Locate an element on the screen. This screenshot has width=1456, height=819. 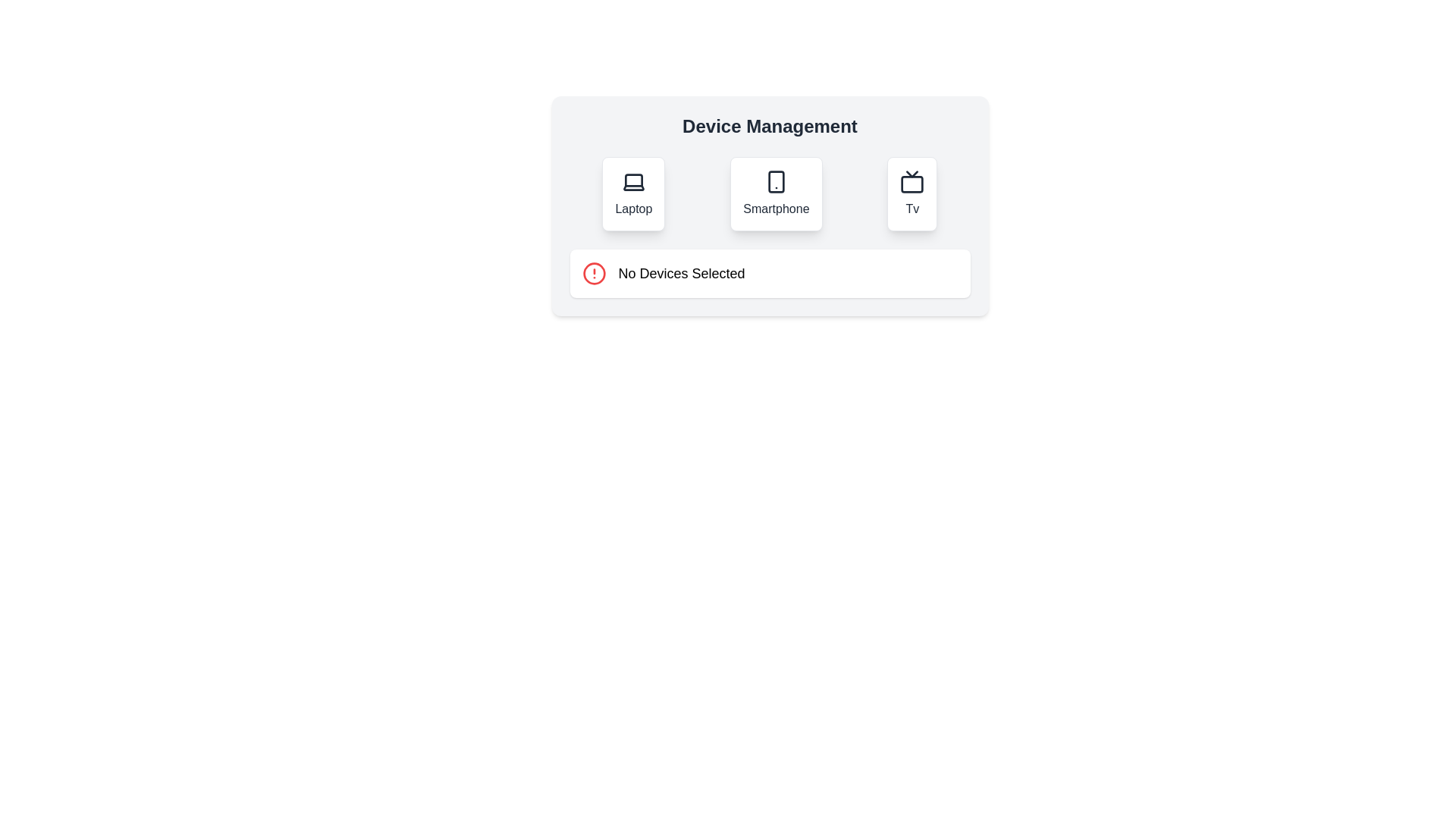
the text label that identifies the television device, located in the bottom section of the third card in a horizontally-arranged collection of device options is located at coordinates (912, 209).